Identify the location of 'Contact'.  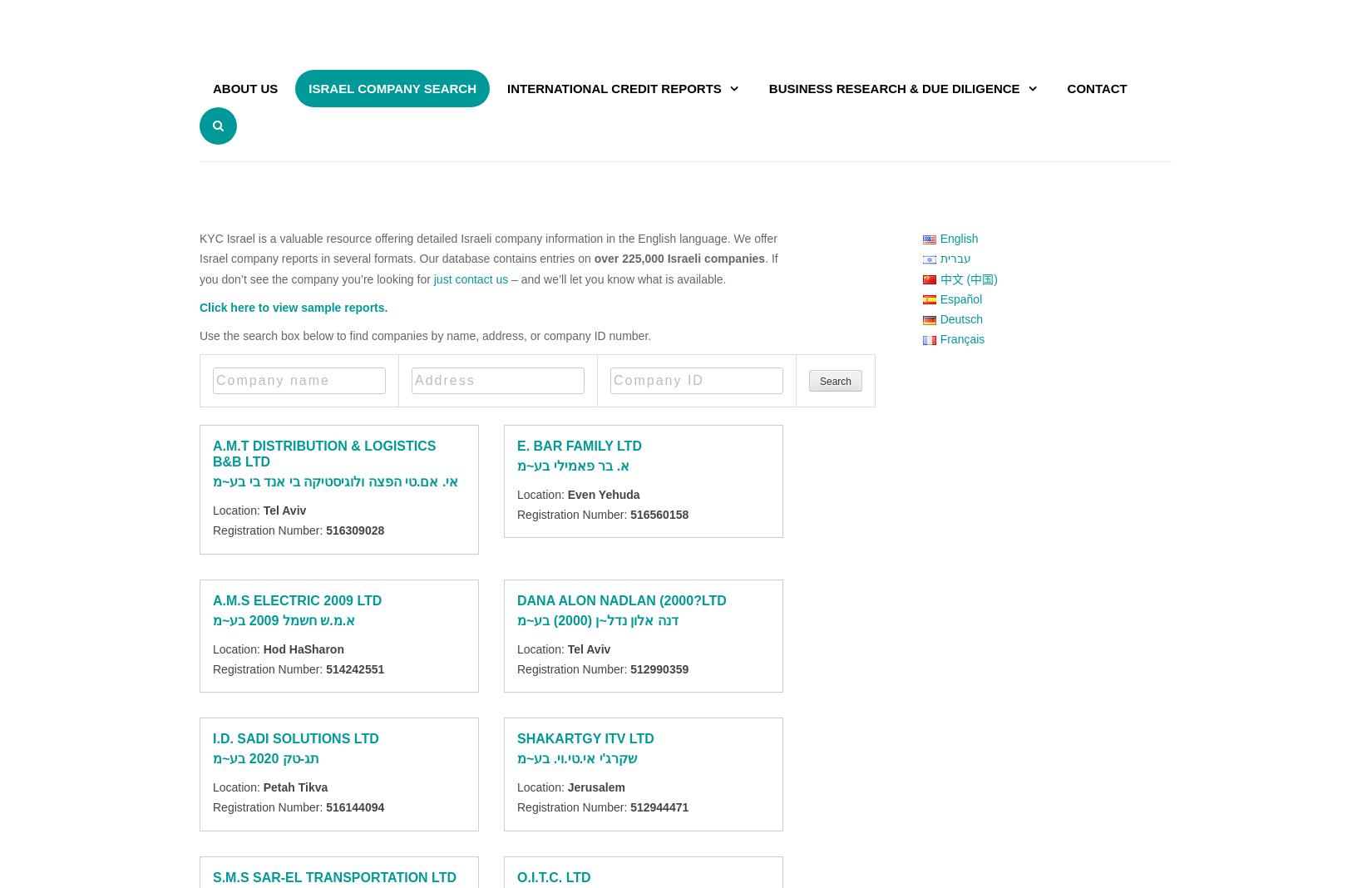
(1096, 86).